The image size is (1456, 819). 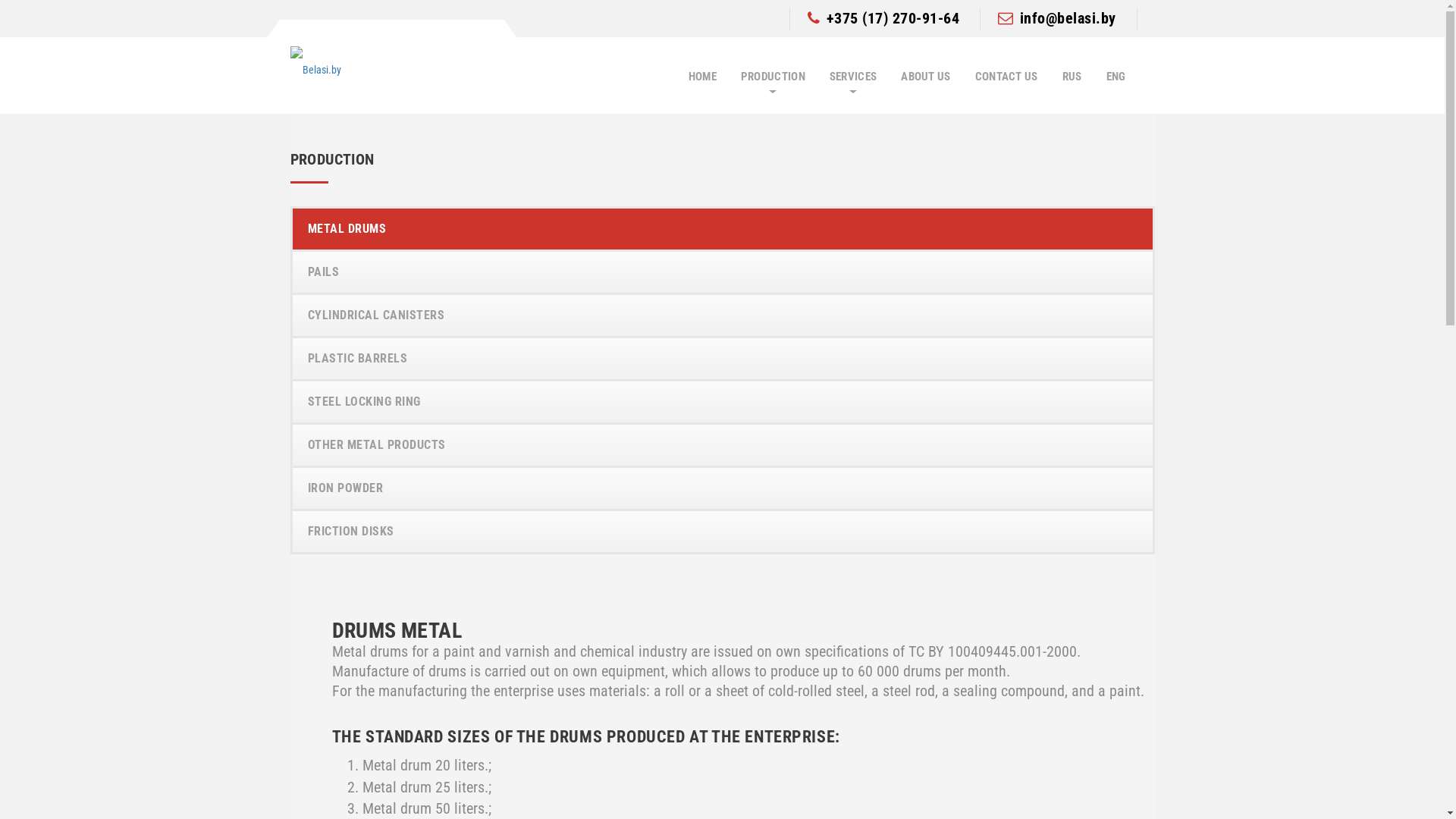 I want to click on 'CONTACT US', so click(x=1006, y=77).